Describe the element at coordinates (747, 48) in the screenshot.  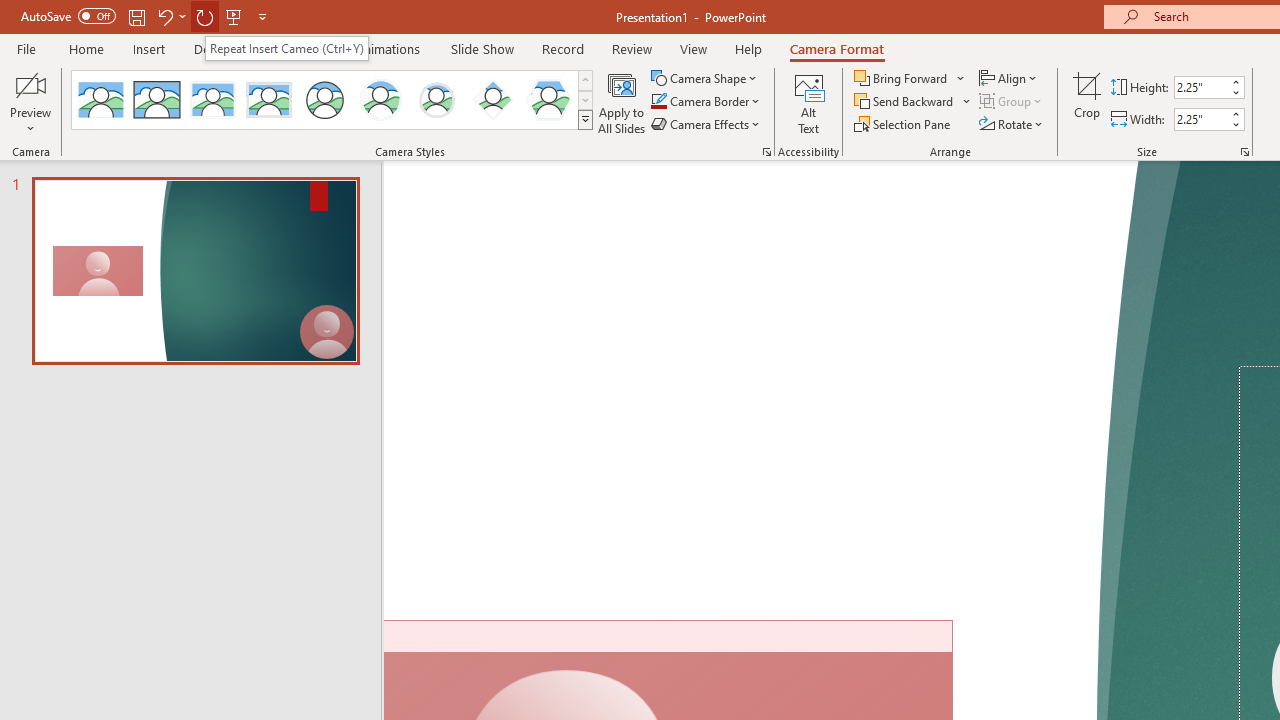
I see `'Help'` at that location.